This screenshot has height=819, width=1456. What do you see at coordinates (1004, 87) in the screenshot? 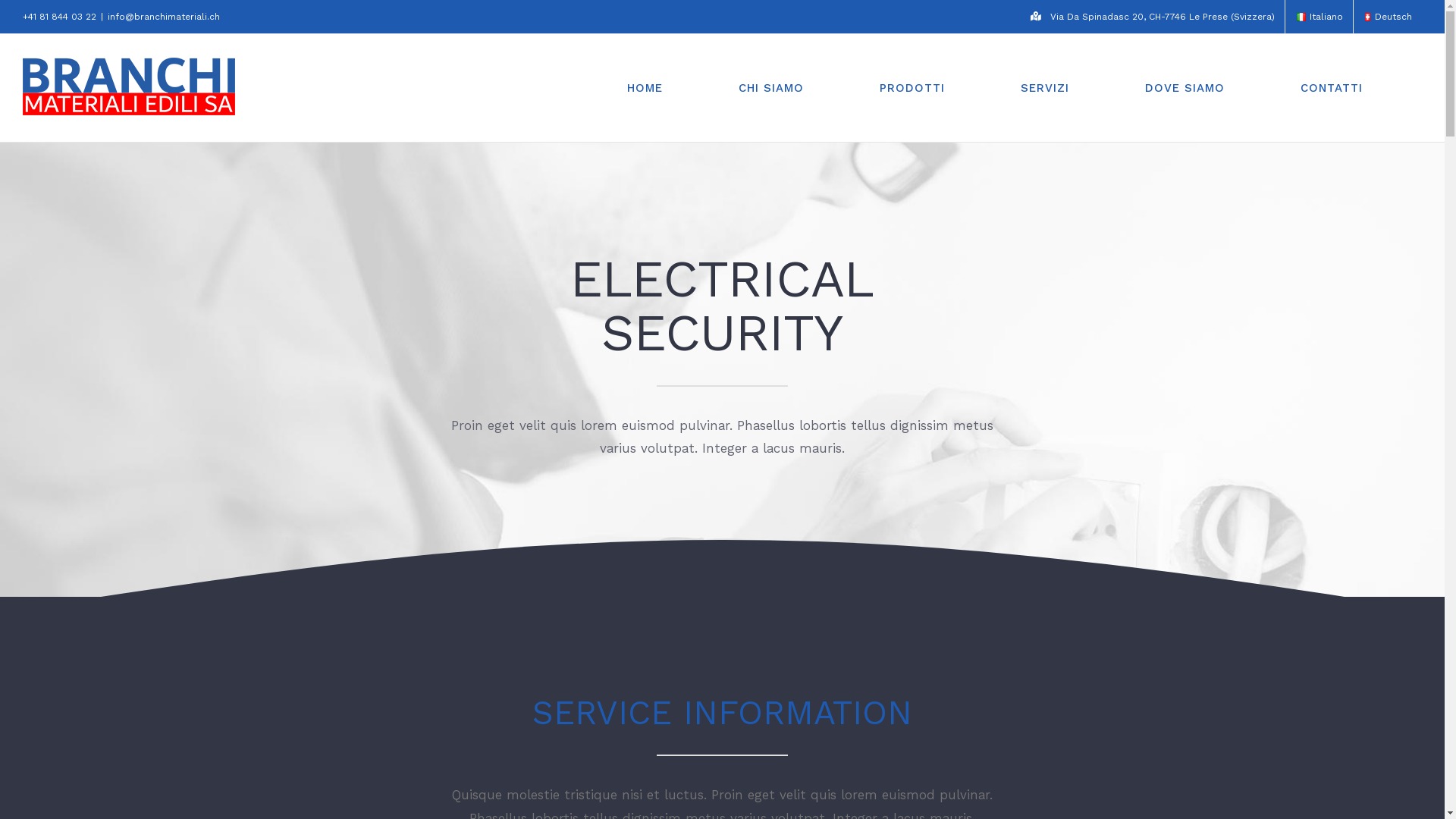
I see `'SERVIZI'` at bounding box center [1004, 87].